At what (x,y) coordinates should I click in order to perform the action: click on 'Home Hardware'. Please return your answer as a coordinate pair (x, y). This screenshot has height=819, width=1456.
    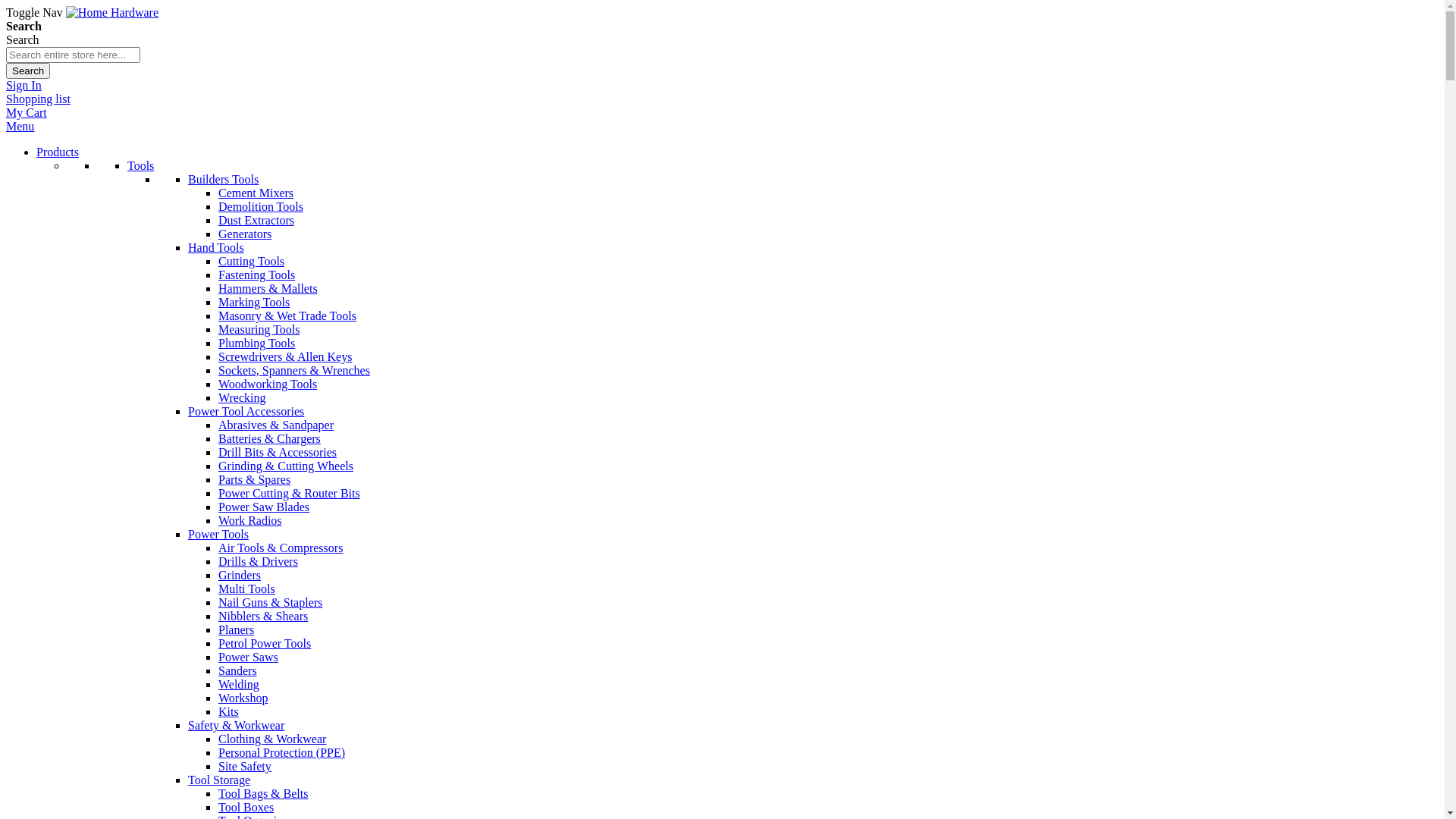
    Looking at the image, I should click on (111, 12).